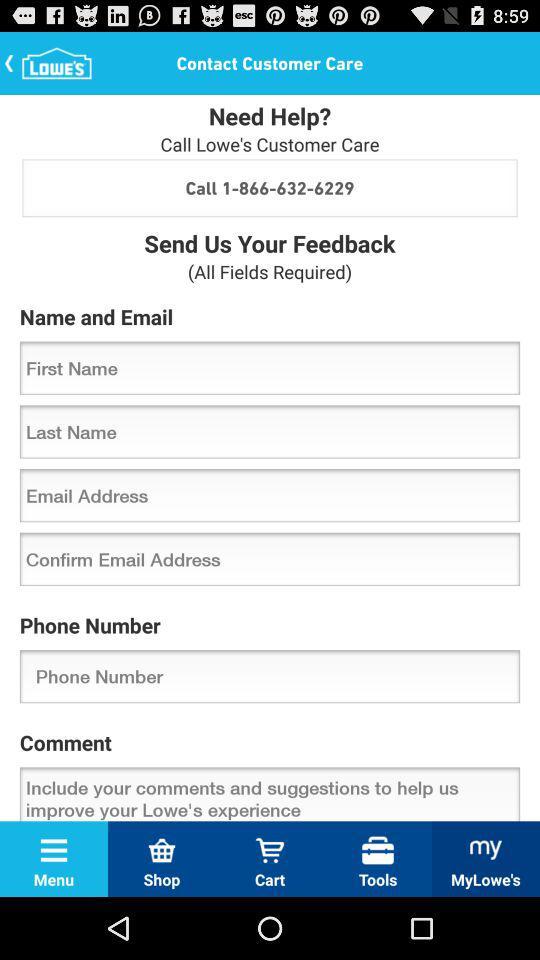  Describe the element at coordinates (270, 676) in the screenshot. I see `item below the phone number icon` at that location.